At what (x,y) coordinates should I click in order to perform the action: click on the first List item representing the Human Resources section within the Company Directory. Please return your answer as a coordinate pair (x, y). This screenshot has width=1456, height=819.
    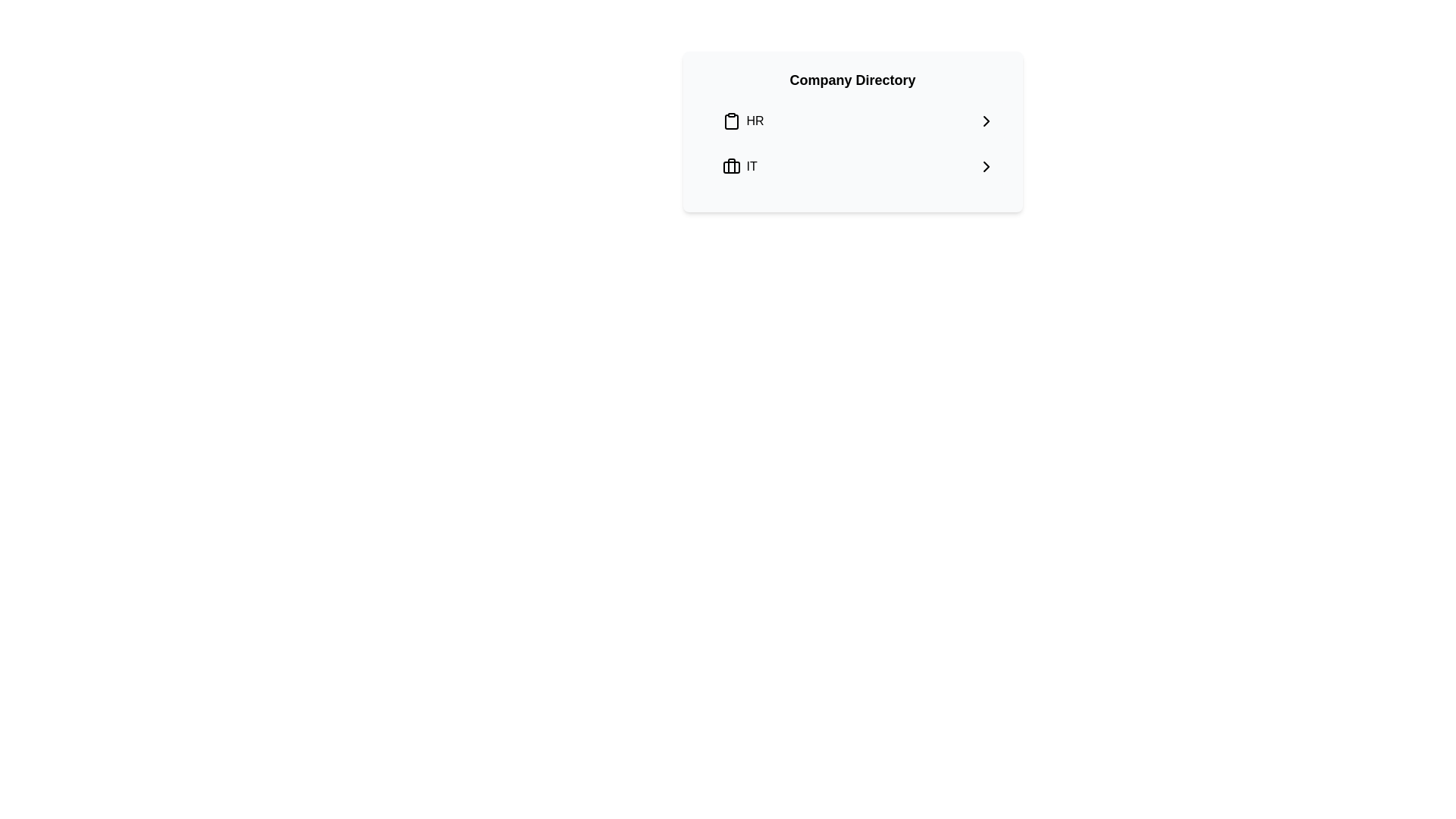
    Looking at the image, I should click on (742, 120).